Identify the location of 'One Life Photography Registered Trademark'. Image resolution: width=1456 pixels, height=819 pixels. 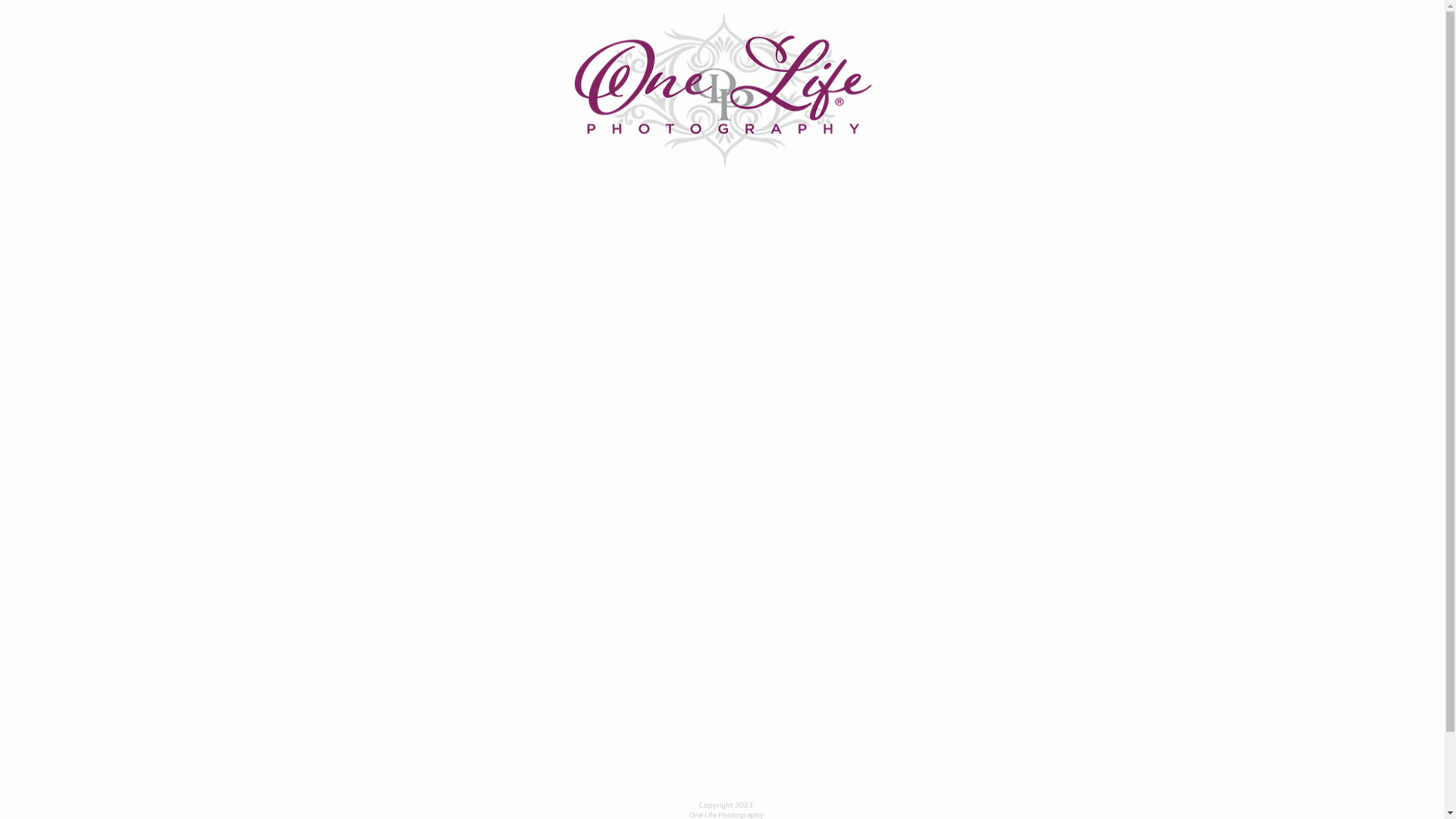
(722, 89).